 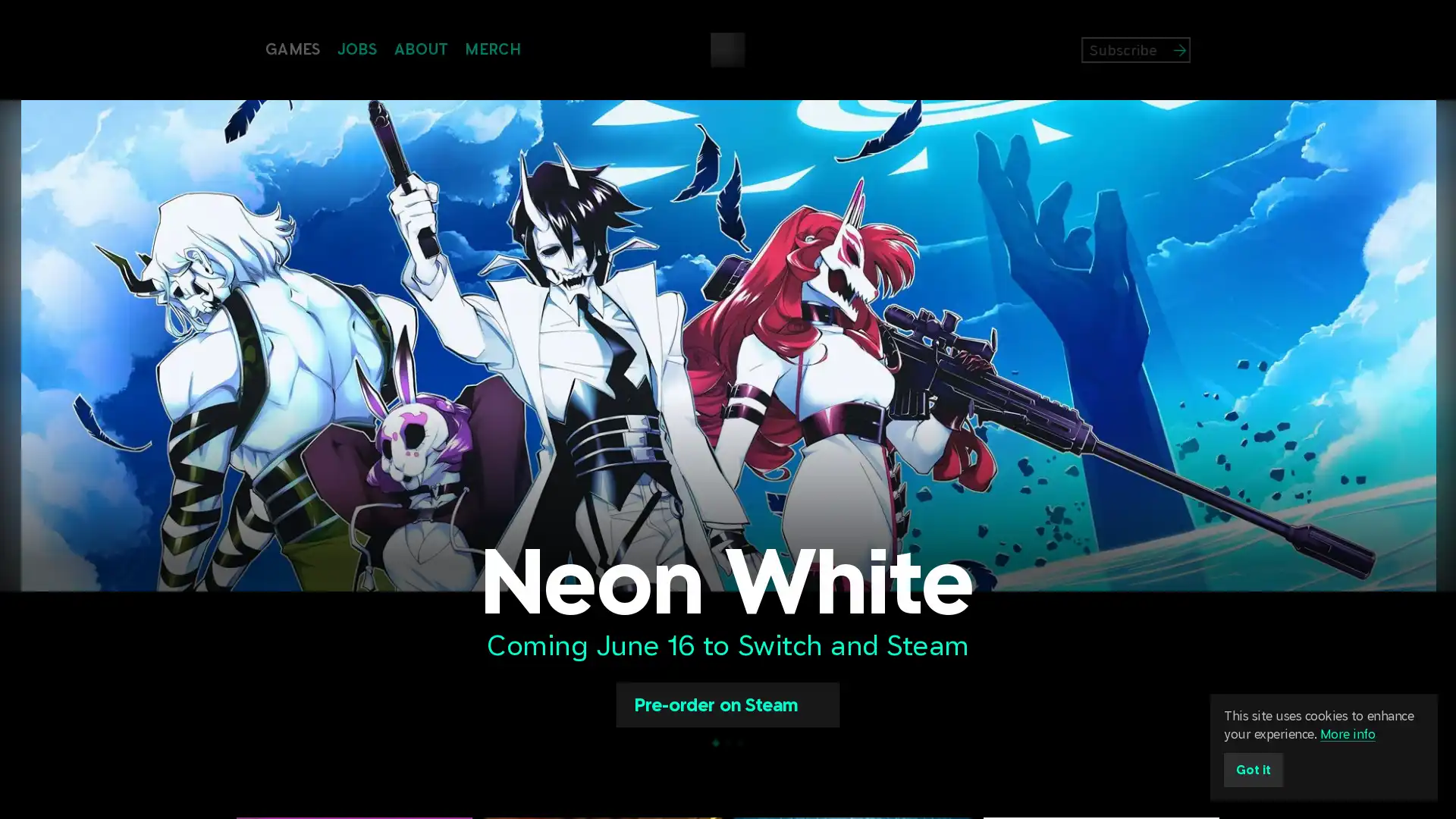 I want to click on ->, so click(x=1207, y=49).